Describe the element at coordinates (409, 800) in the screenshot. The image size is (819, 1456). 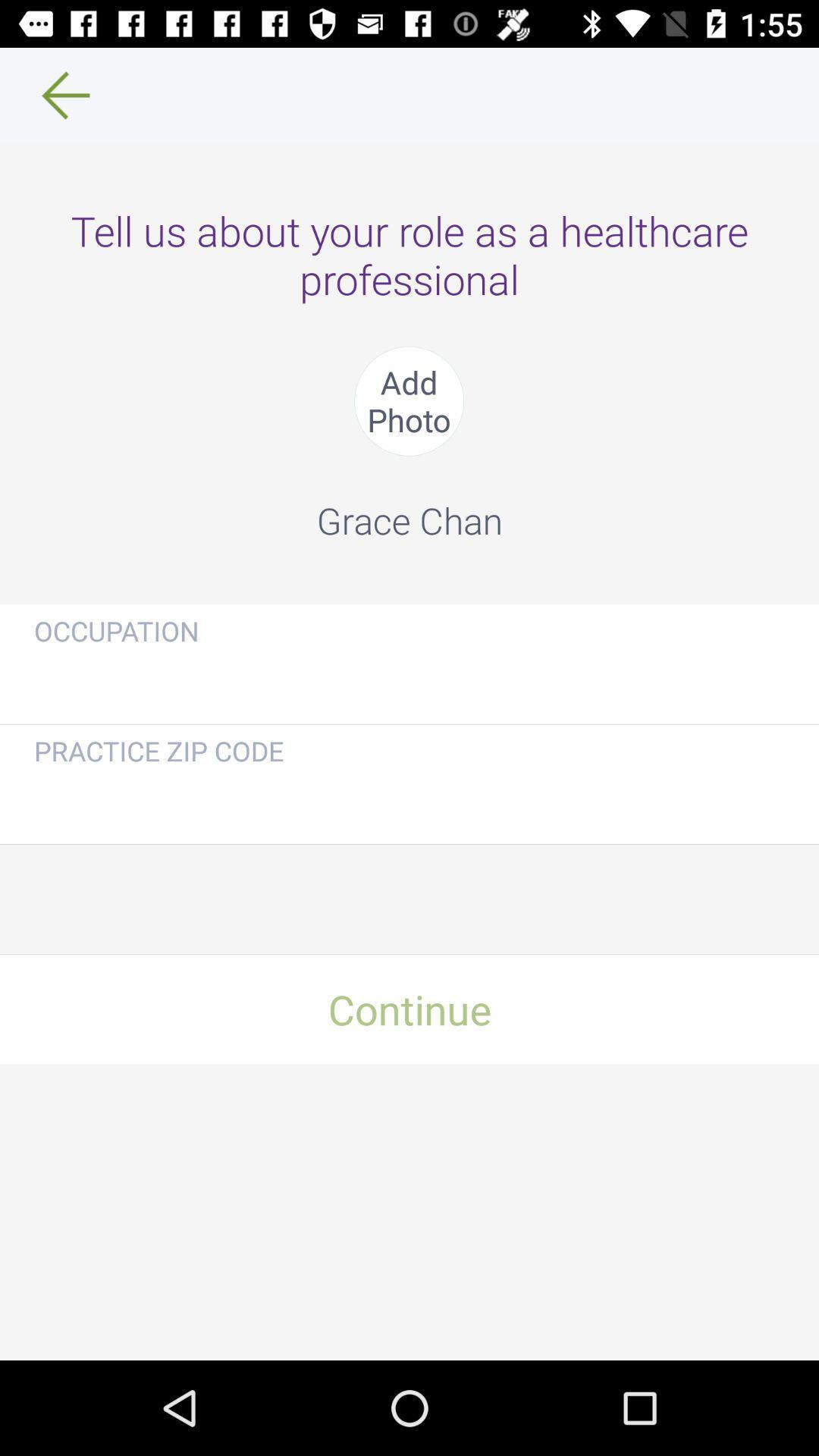
I see `zip code` at that location.